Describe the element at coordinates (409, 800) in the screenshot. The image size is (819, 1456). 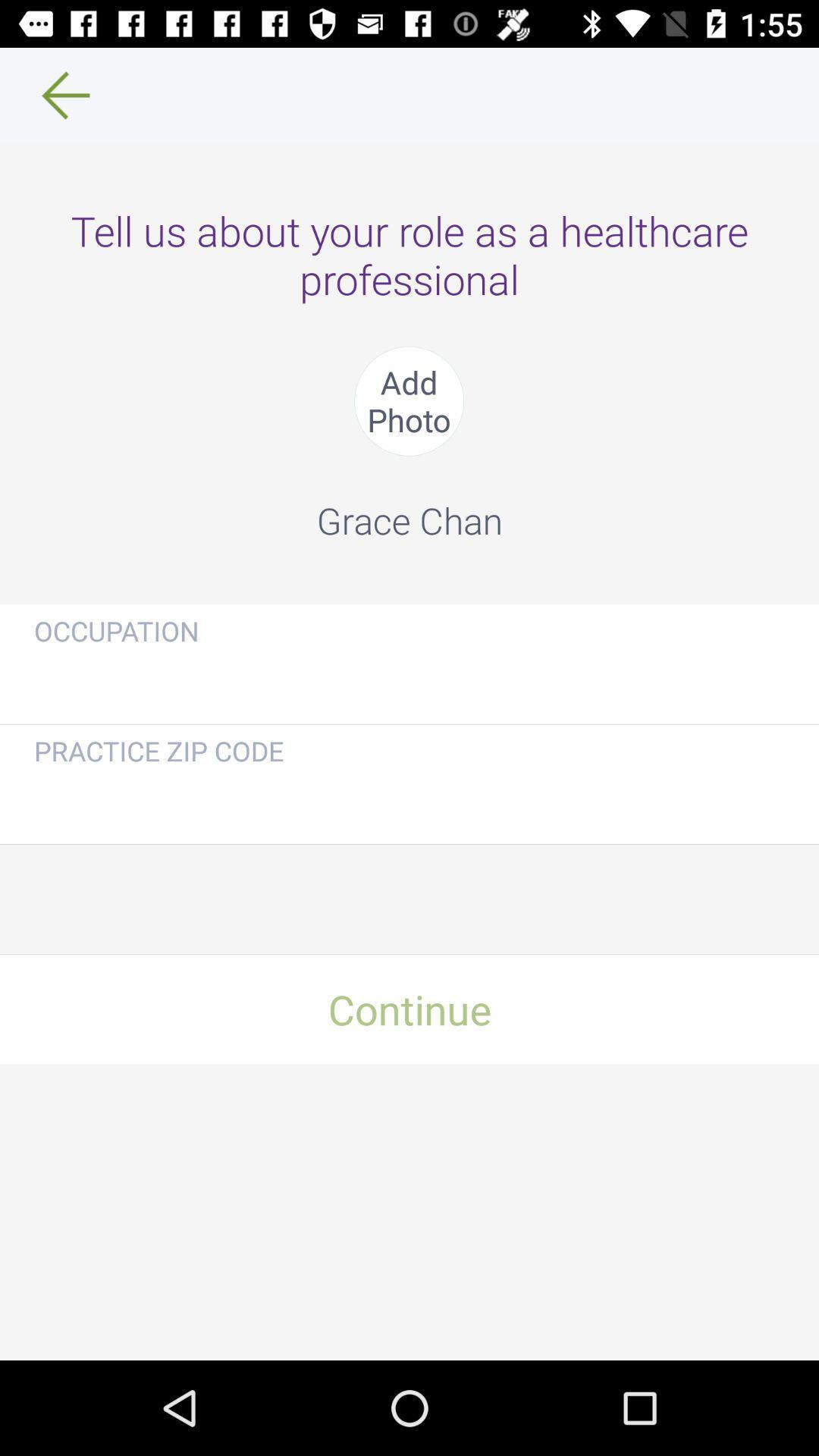
I see `zip code` at that location.